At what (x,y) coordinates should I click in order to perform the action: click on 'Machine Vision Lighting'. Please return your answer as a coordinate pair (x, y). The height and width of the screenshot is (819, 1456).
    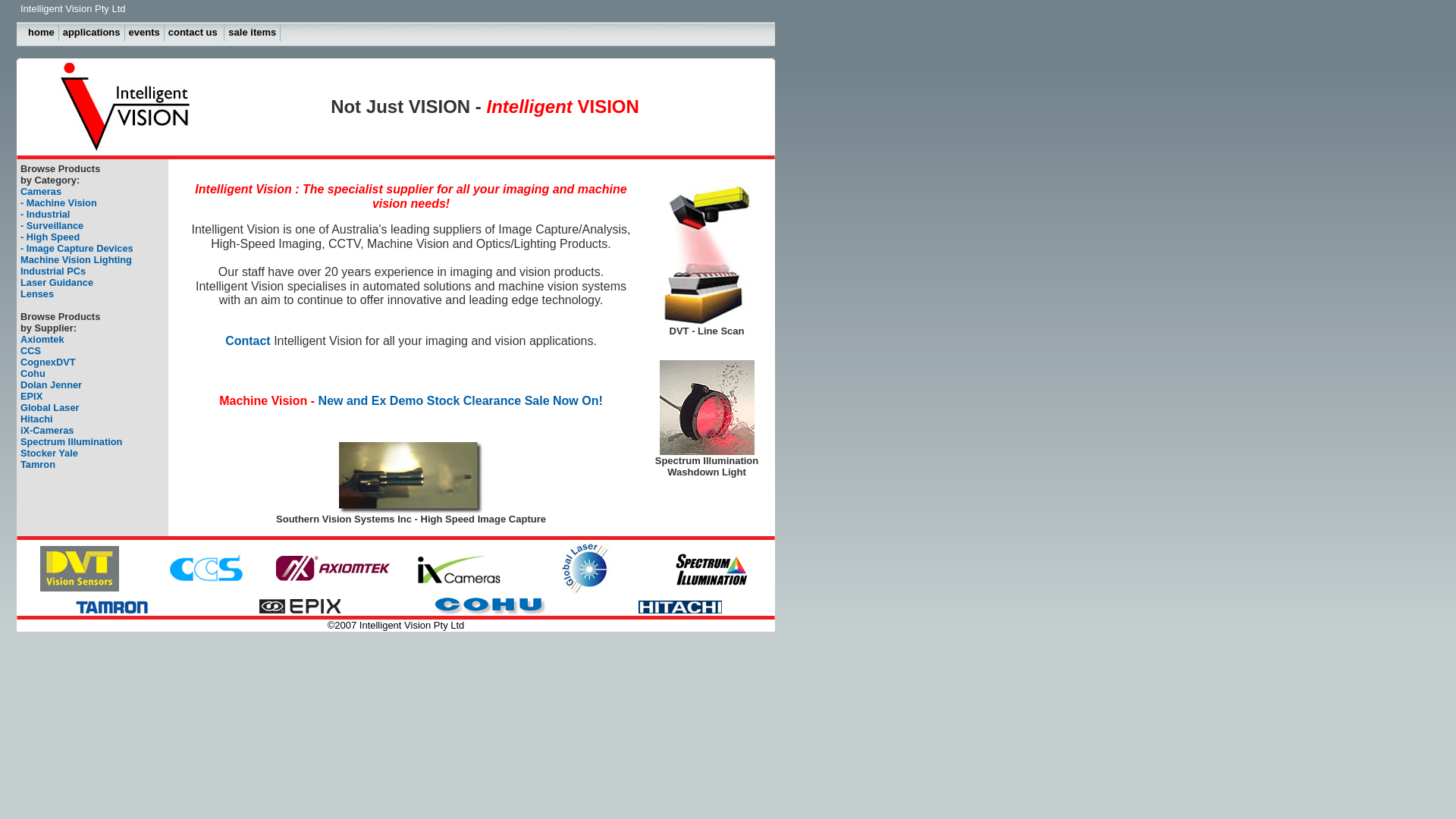
    Looking at the image, I should click on (75, 259).